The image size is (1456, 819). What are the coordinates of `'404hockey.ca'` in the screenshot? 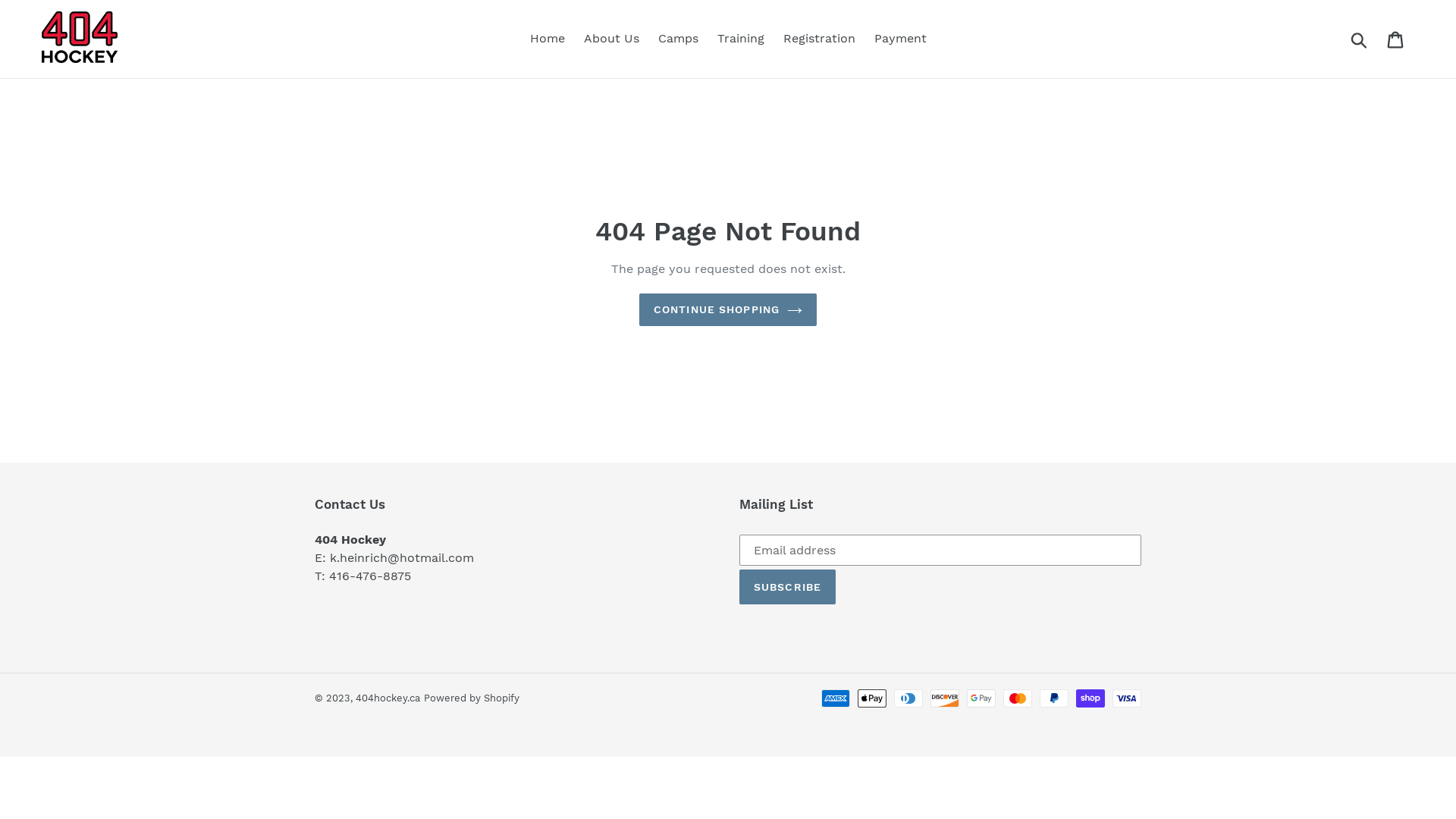 It's located at (388, 698).